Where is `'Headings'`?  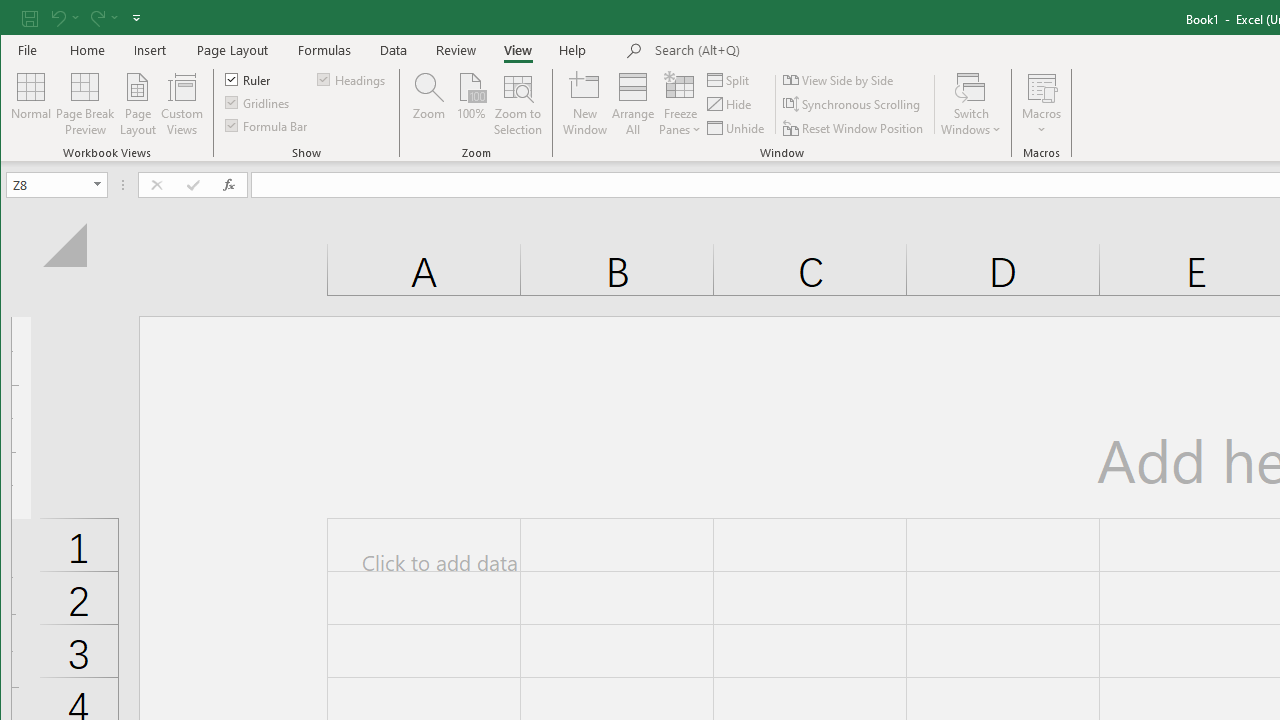
'Headings' is located at coordinates (352, 78).